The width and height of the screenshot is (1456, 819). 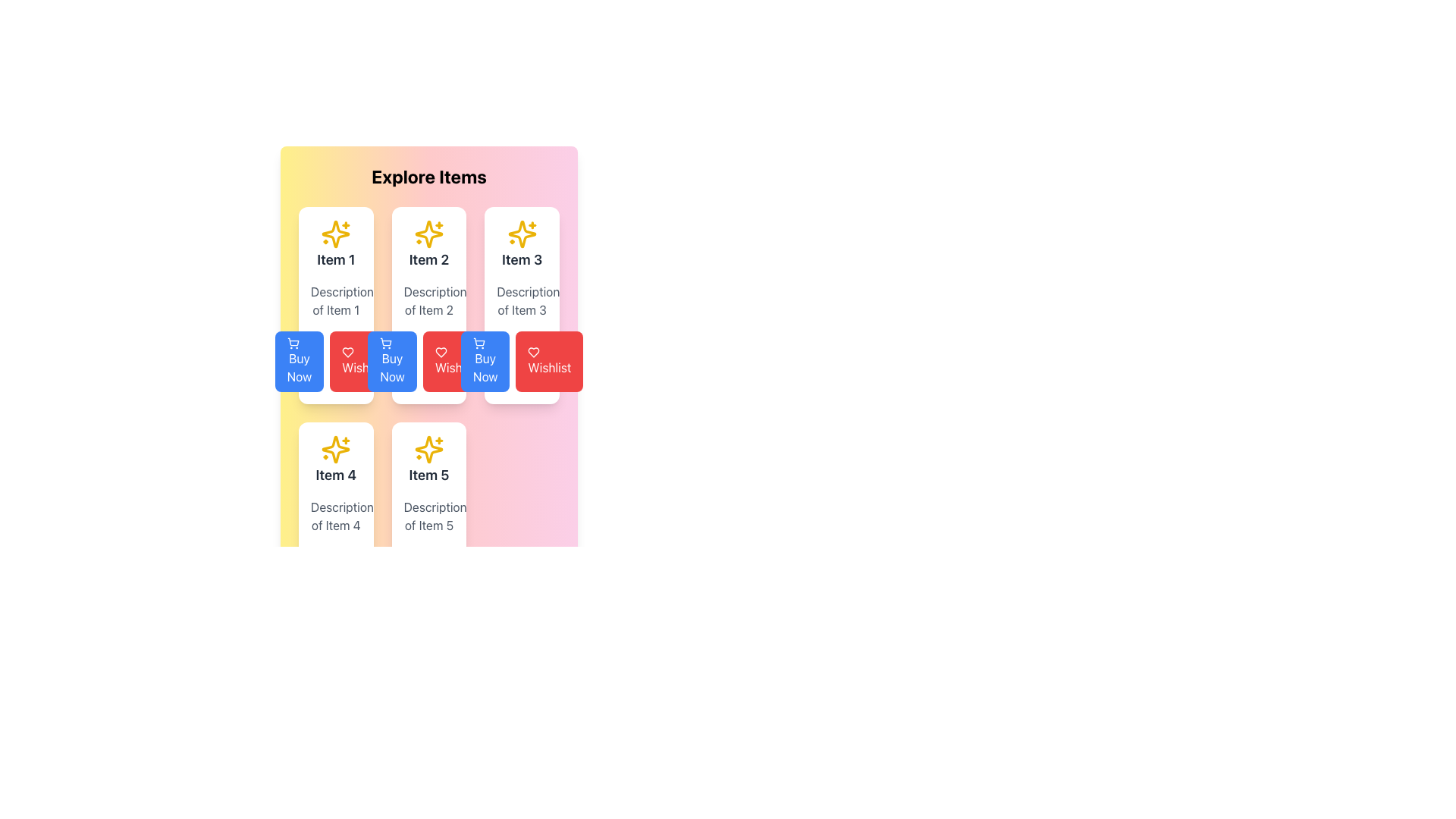 I want to click on the textual label that reads 'Description of Item 2', which is styled in gray and positioned under the title 'Item 2', so click(x=428, y=301).